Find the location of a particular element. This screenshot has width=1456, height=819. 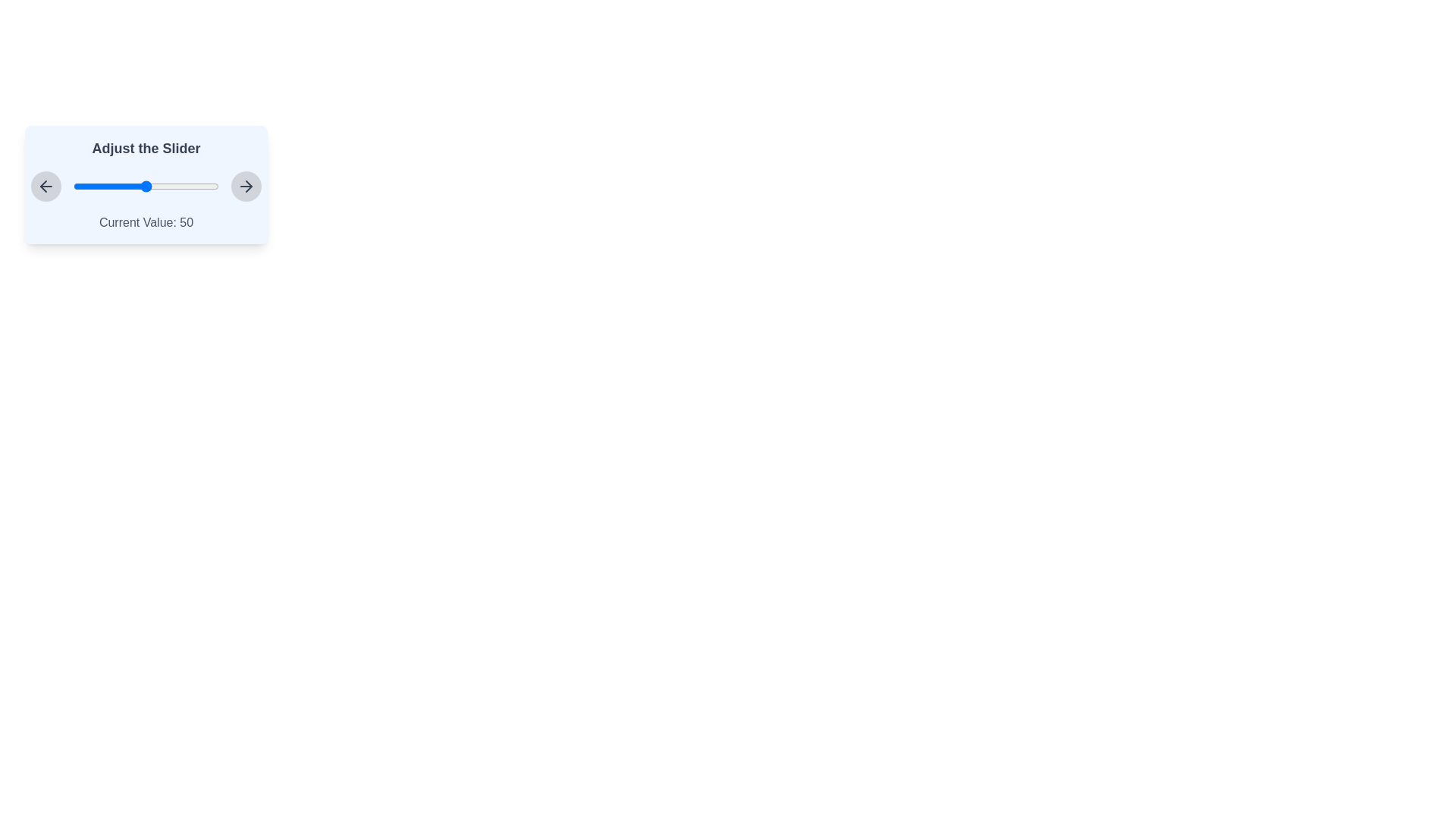

the circular button with a soft gray background and a left-pointing dark gray arrow icon is located at coordinates (46, 186).